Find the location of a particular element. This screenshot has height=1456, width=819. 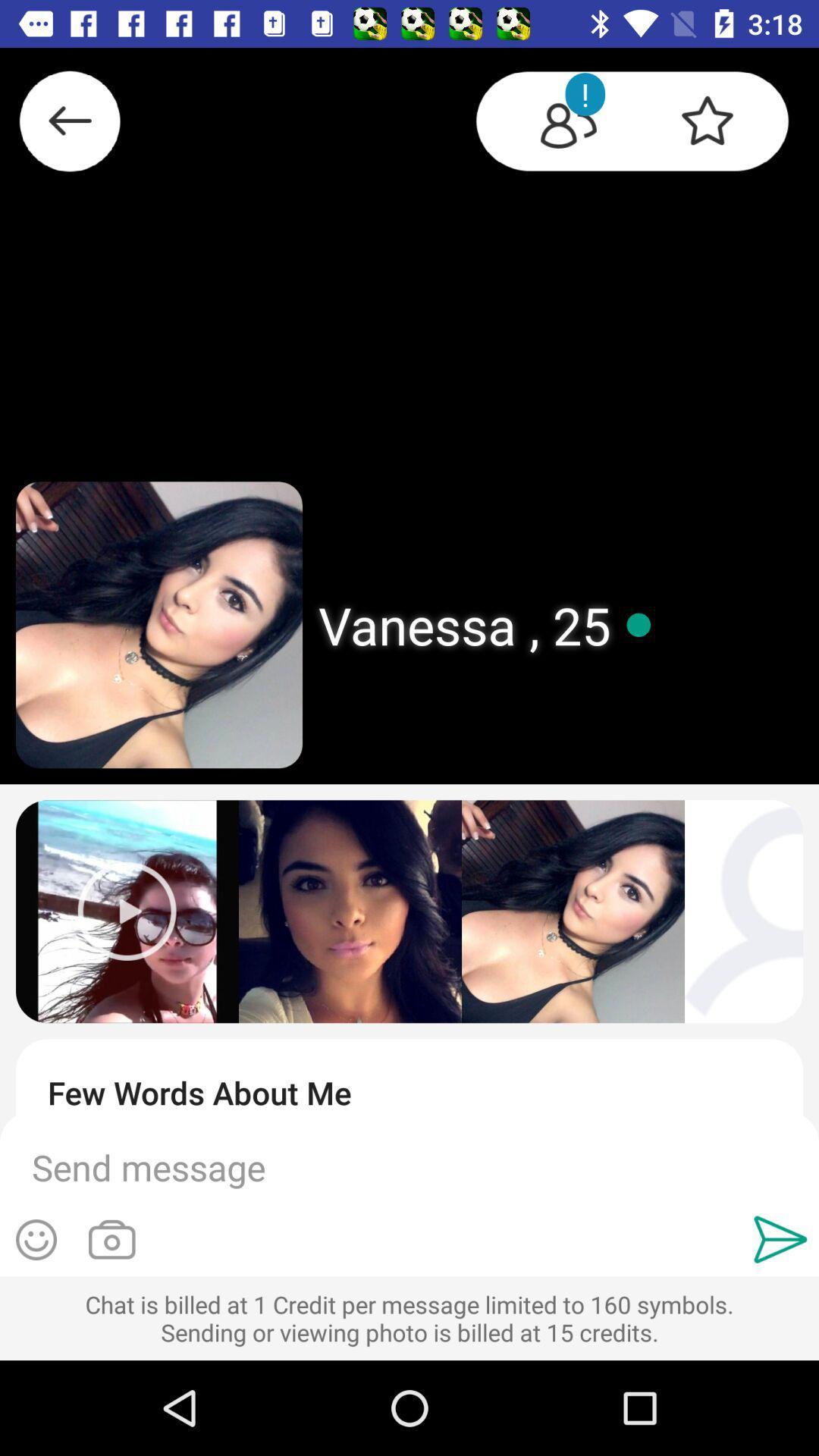

the arrow_backward icon is located at coordinates (70, 127).